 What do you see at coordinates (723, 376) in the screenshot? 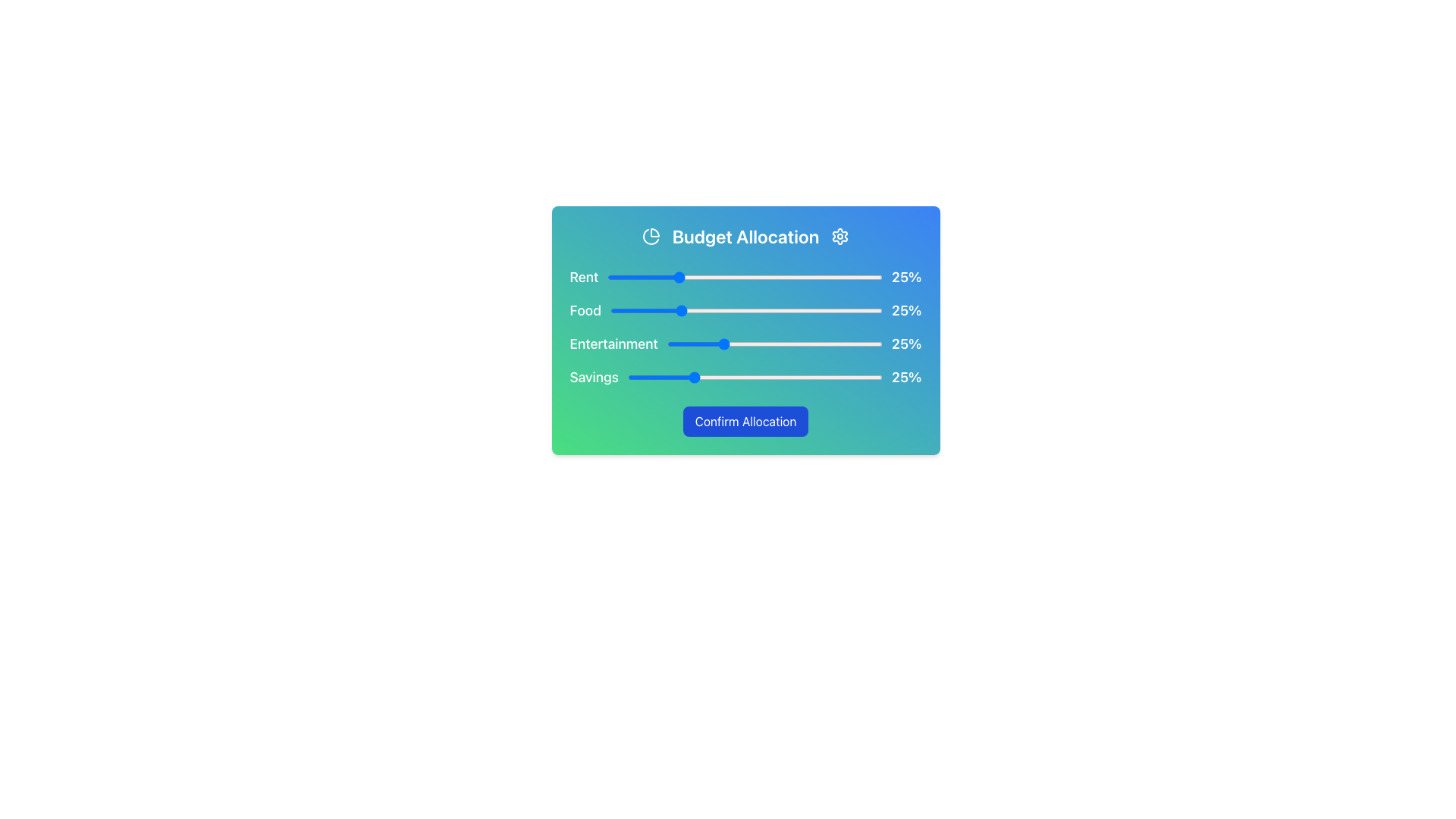
I see `the savings allocation` at bounding box center [723, 376].